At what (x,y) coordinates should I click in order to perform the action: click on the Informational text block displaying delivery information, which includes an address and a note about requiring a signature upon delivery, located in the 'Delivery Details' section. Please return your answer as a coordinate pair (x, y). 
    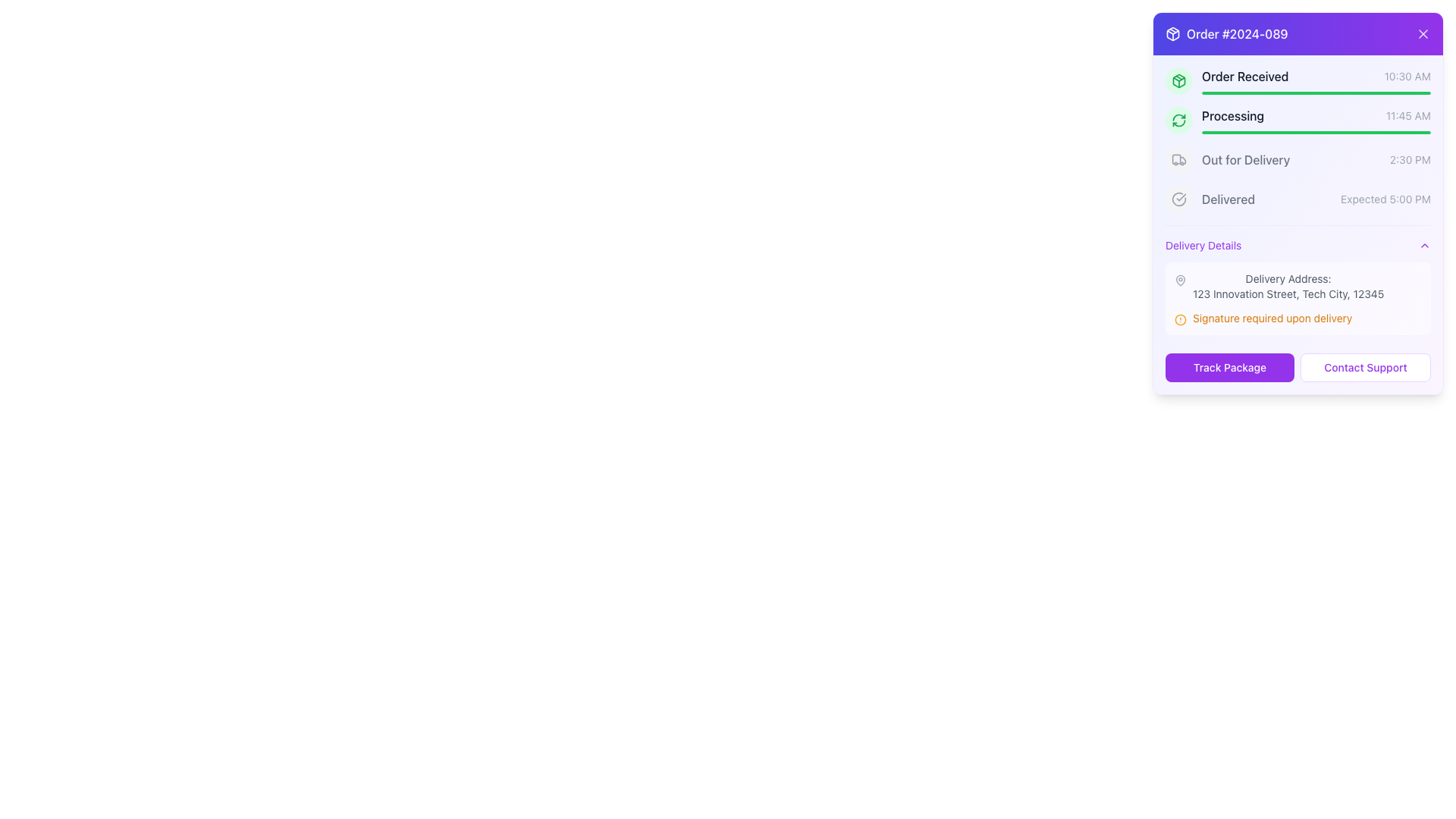
    Looking at the image, I should click on (1298, 298).